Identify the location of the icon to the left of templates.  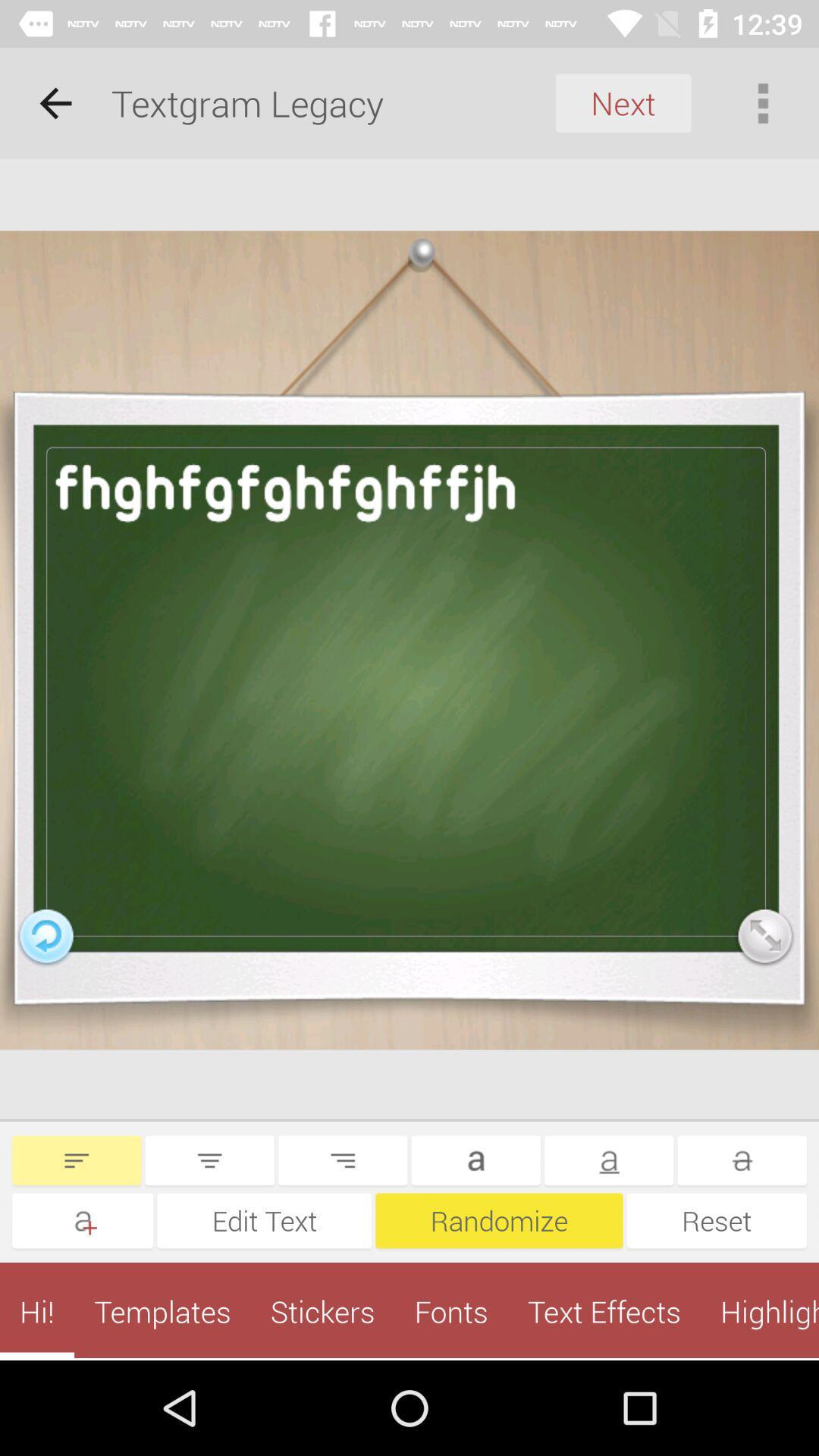
(36, 1310).